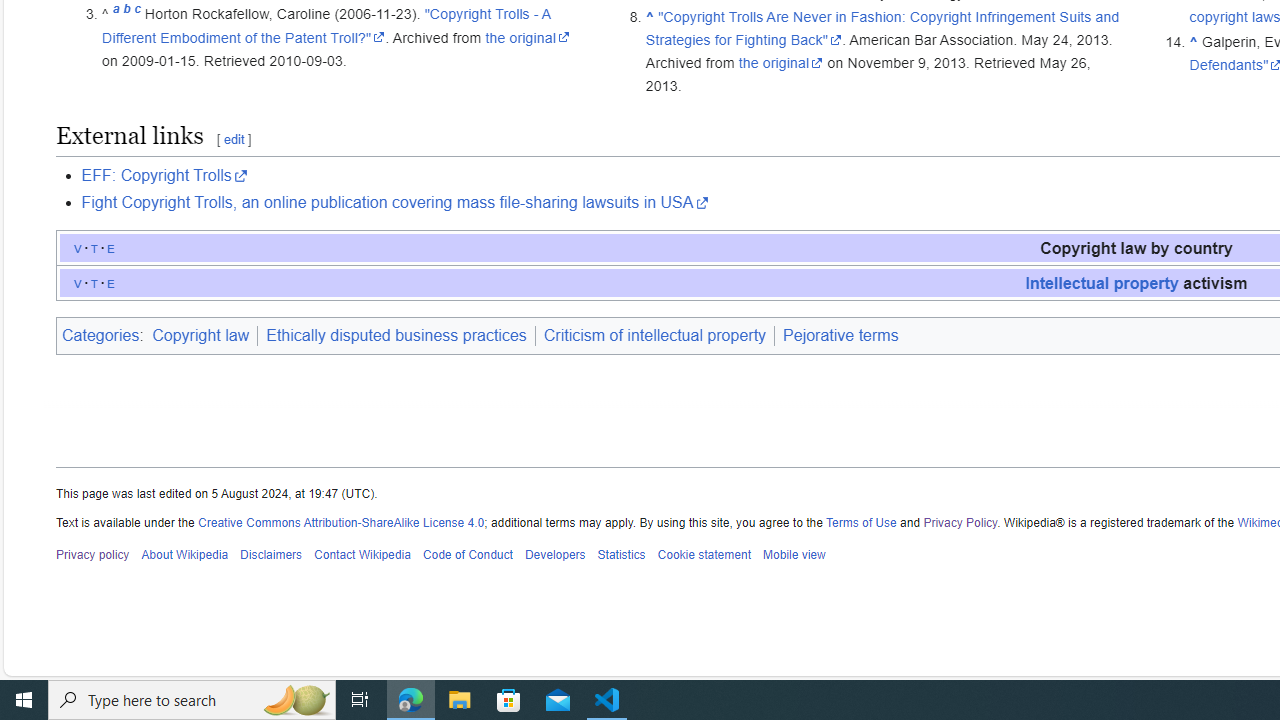 This screenshot has width=1280, height=720. Describe the element at coordinates (396, 335) in the screenshot. I see `'Ethically disputed business practices'` at that location.